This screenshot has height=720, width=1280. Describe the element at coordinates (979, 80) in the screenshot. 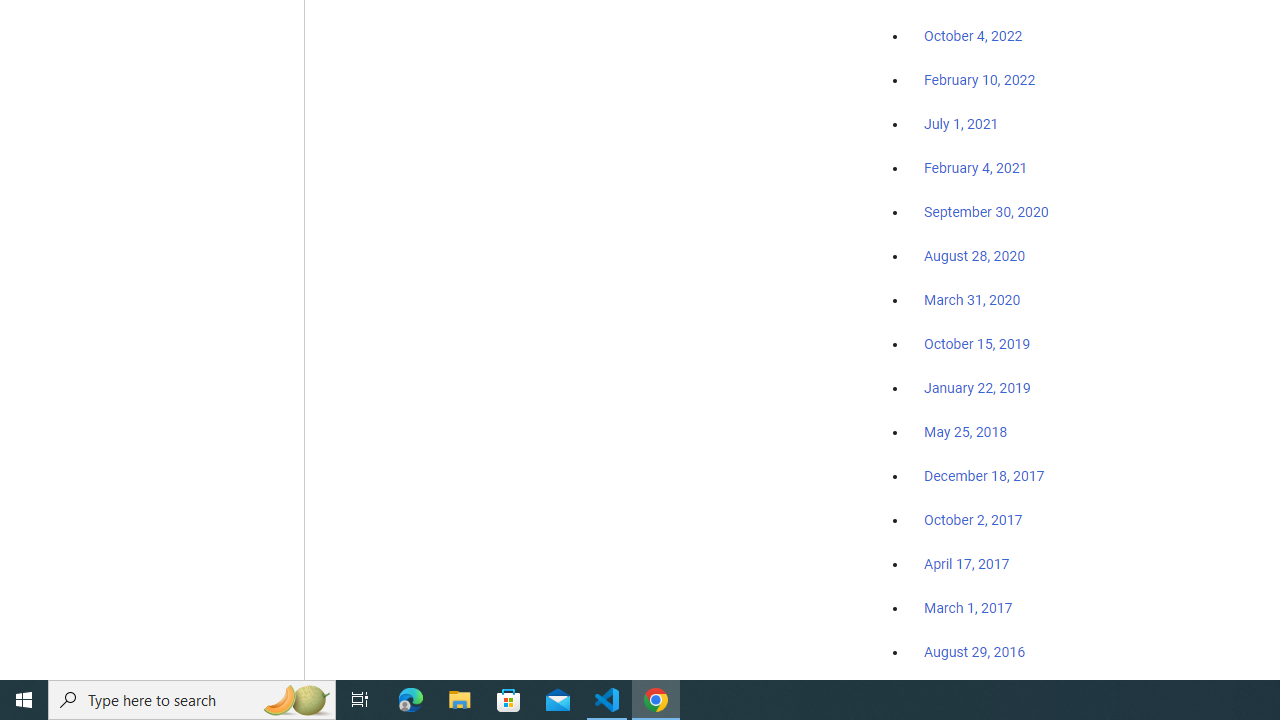

I see `'February 10, 2022'` at that location.